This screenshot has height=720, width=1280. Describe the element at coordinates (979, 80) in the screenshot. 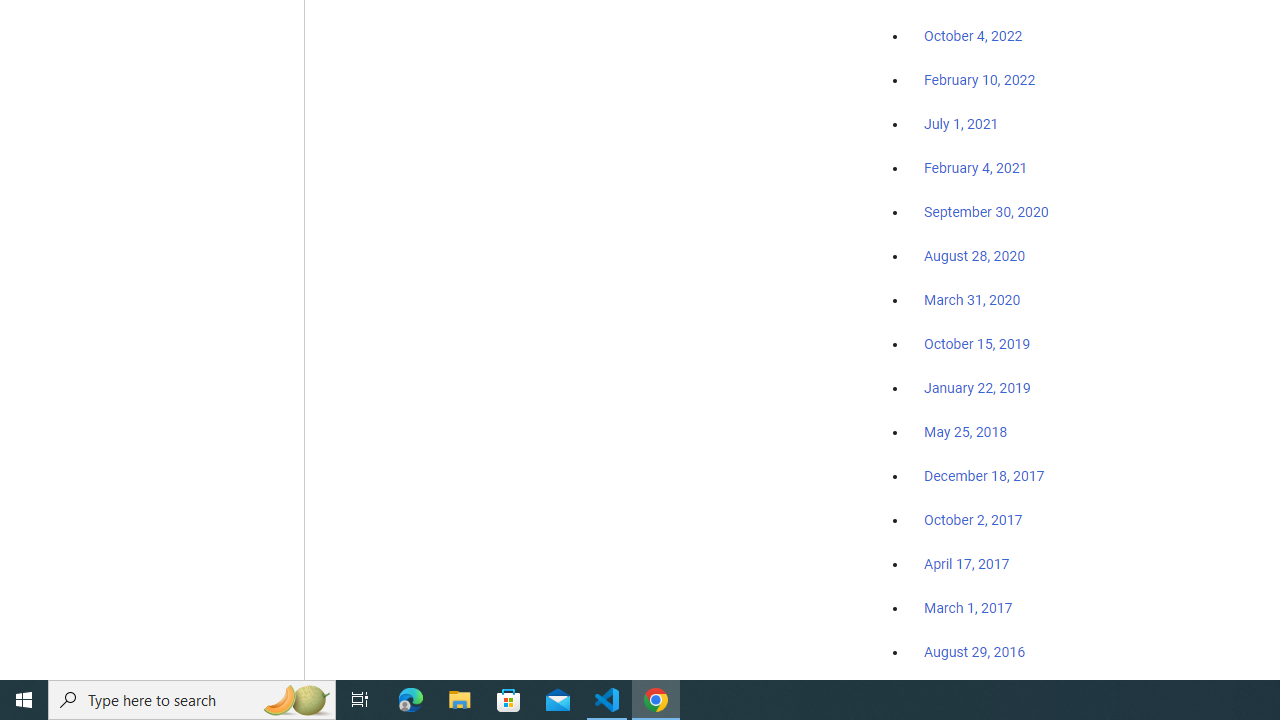

I see `'February 10, 2022'` at that location.